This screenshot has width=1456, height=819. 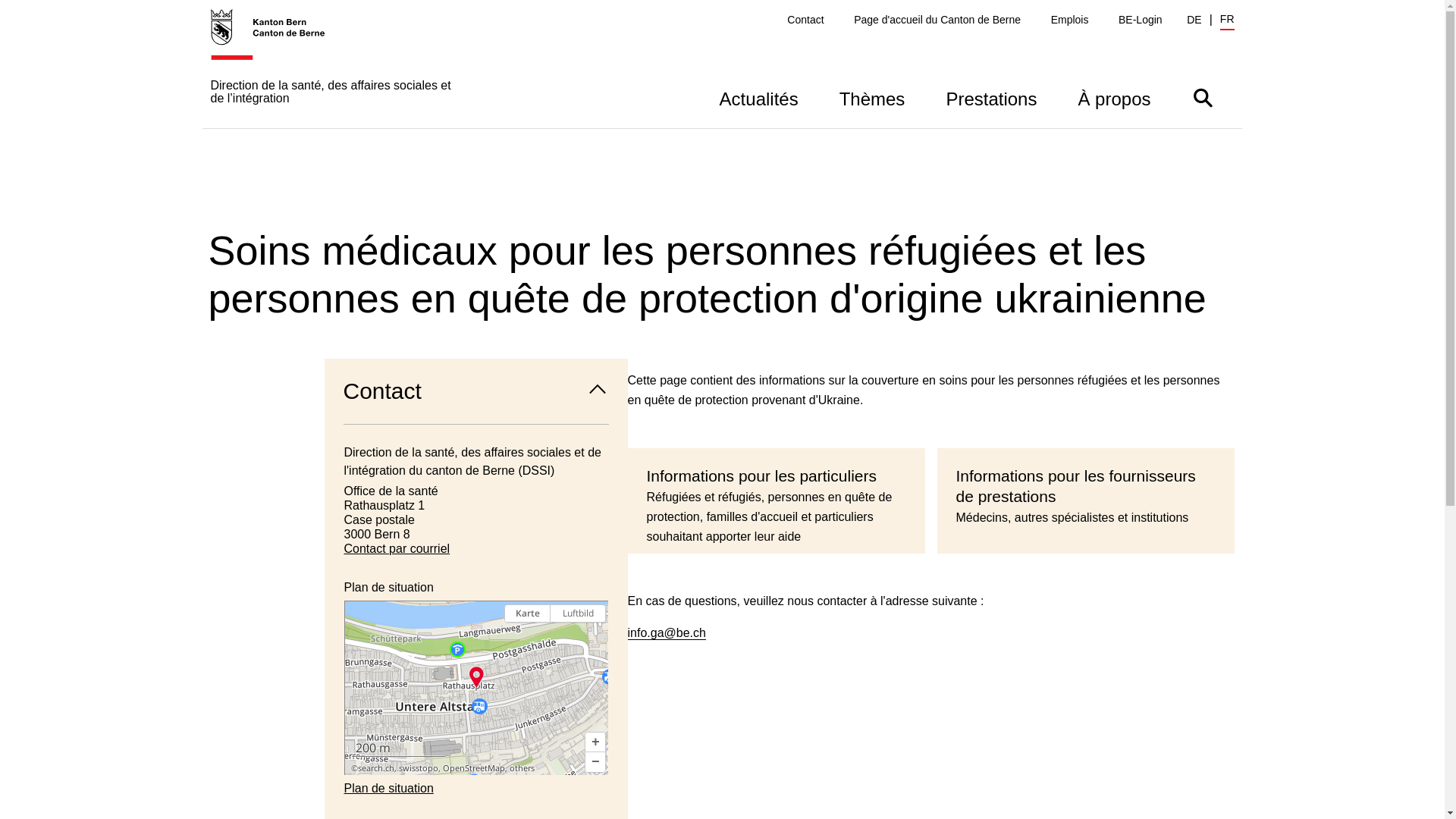 I want to click on 'info.ga@be.ch', so click(x=628, y=632).